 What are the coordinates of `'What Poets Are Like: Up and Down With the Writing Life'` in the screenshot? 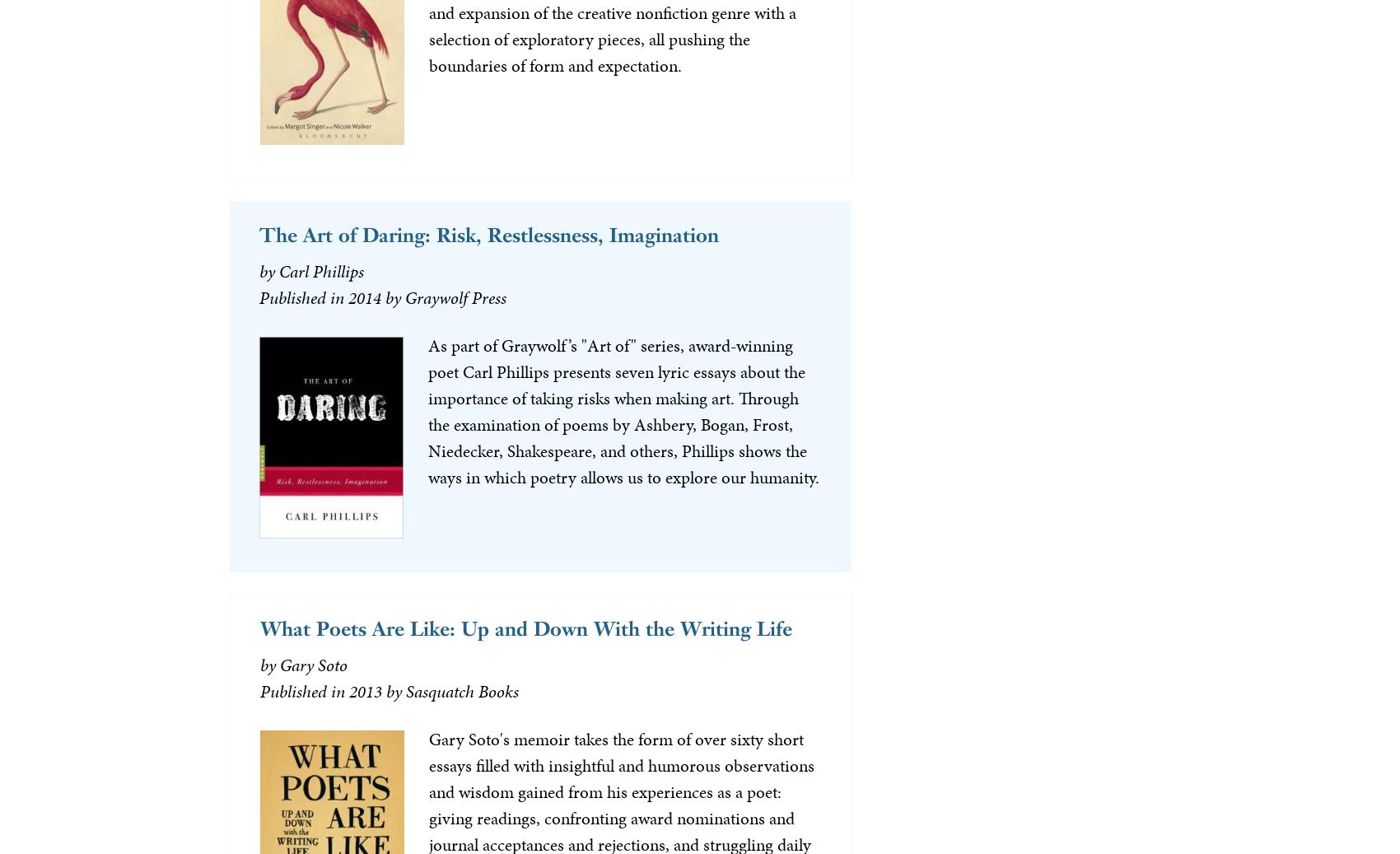 It's located at (259, 628).